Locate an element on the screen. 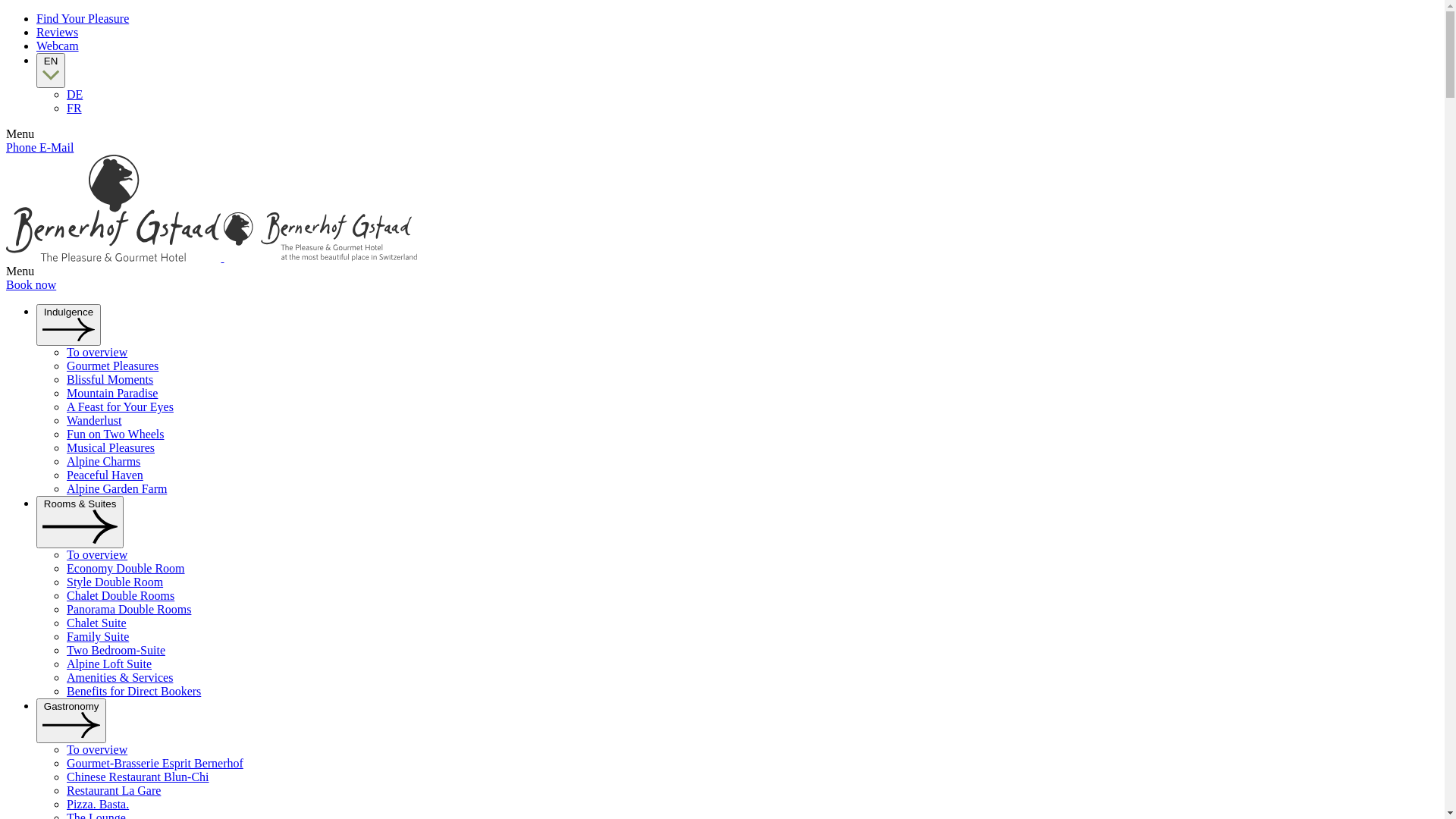 The image size is (1456, 819). 'Wanderlust' is located at coordinates (93, 420).